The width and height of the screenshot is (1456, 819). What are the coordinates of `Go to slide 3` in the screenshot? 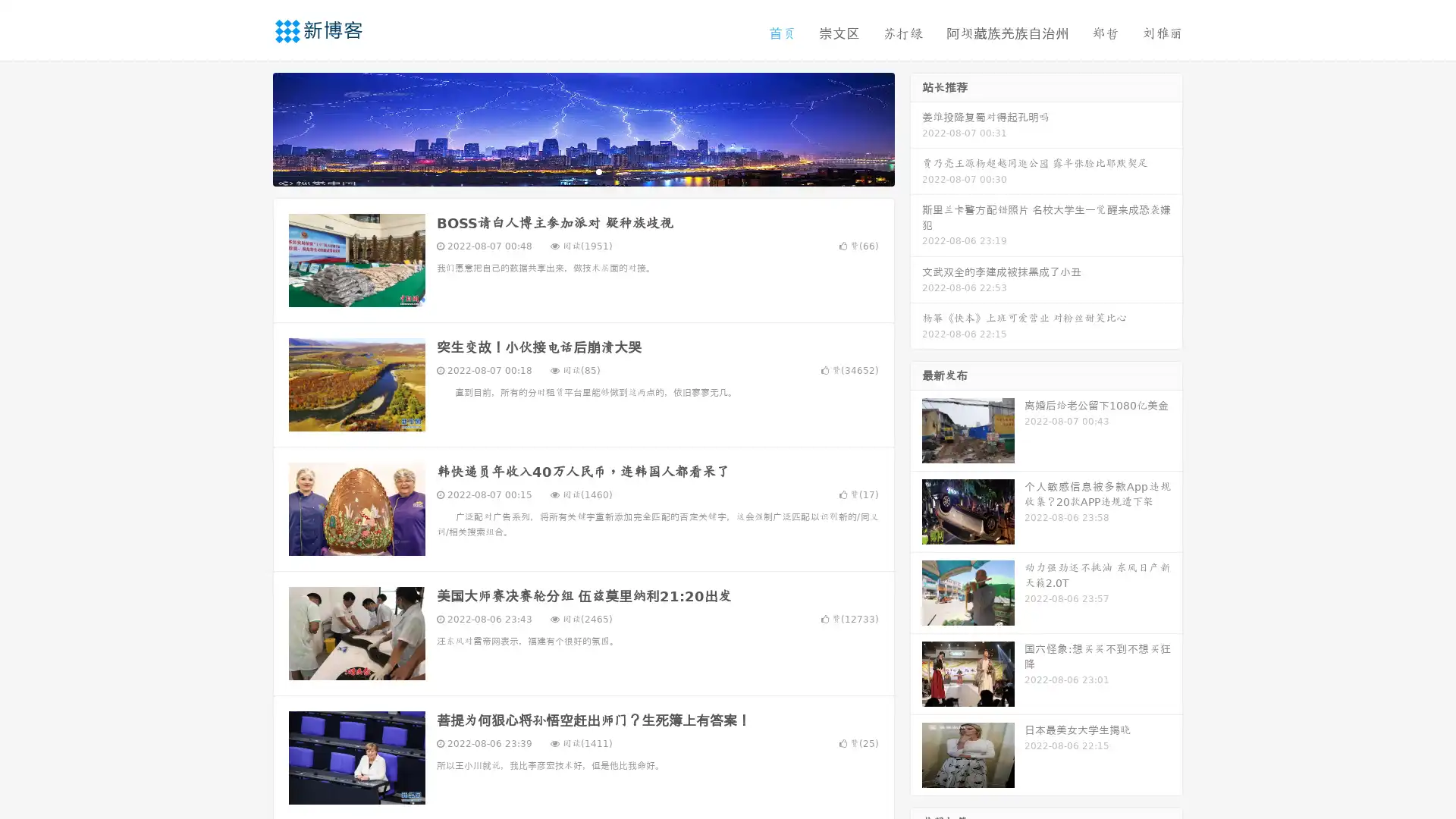 It's located at (598, 171).